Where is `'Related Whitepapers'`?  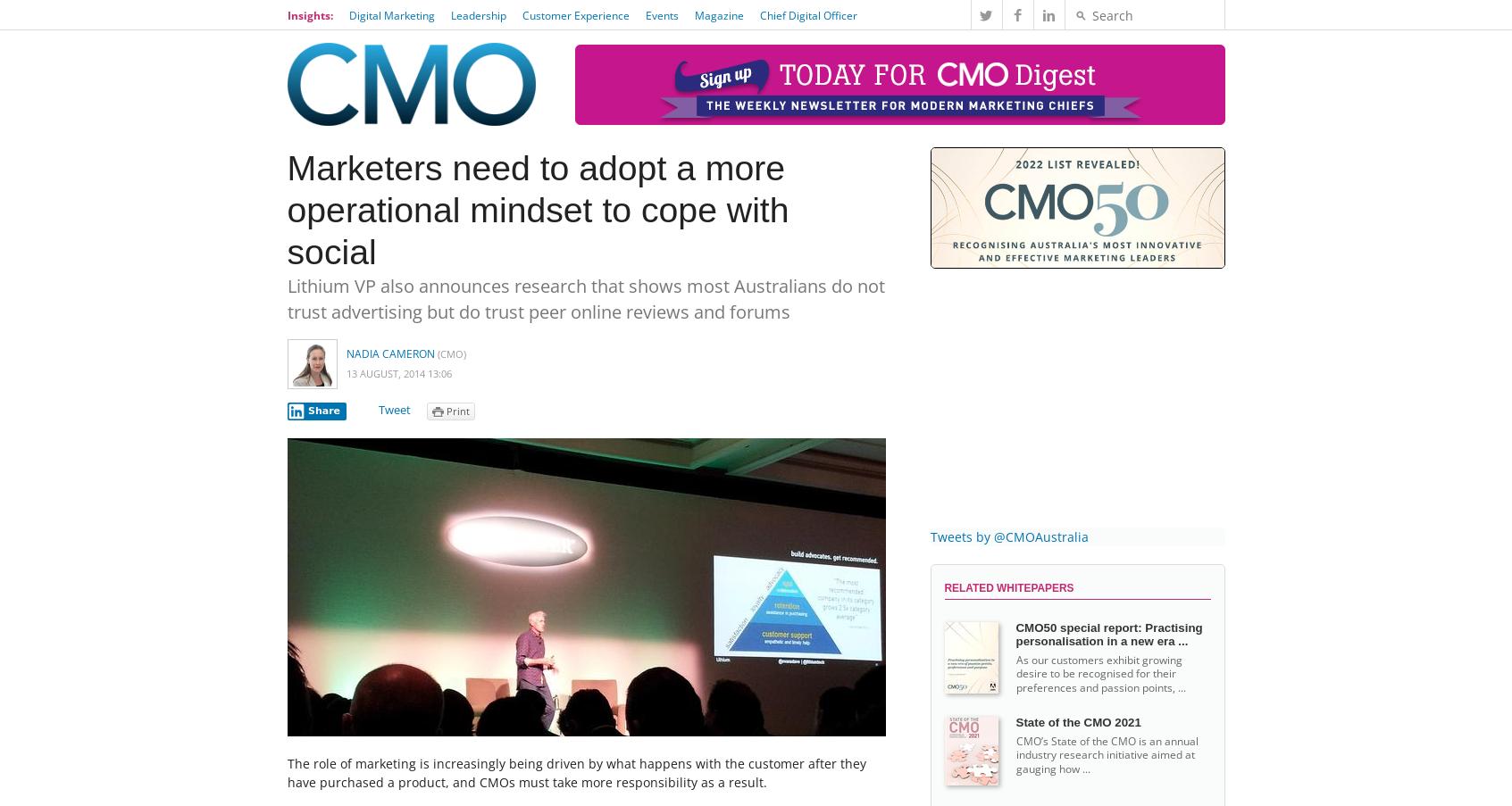 'Related Whitepapers' is located at coordinates (1008, 587).